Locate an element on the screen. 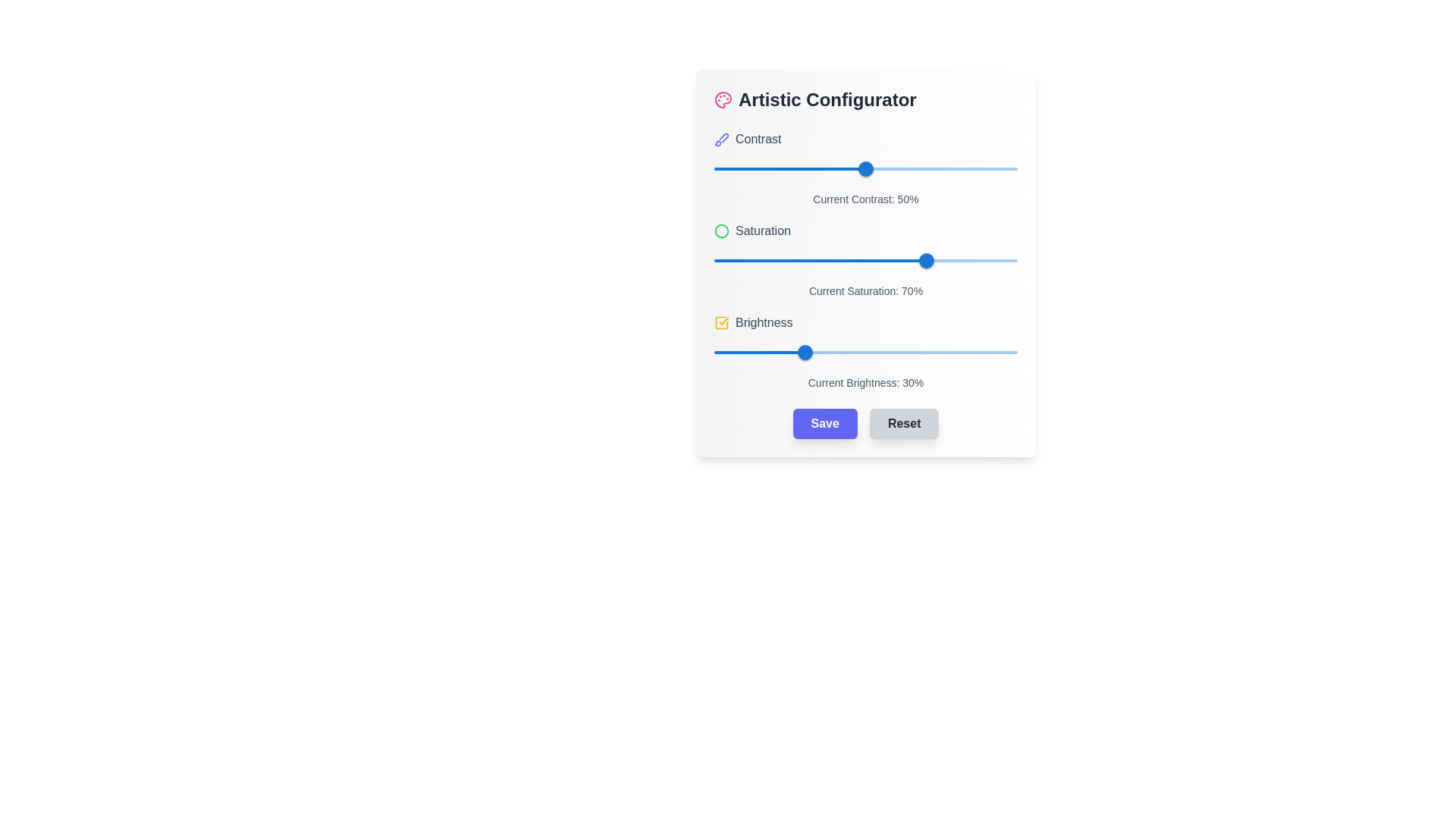 The width and height of the screenshot is (1456, 819). contrast is located at coordinates (837, 169).